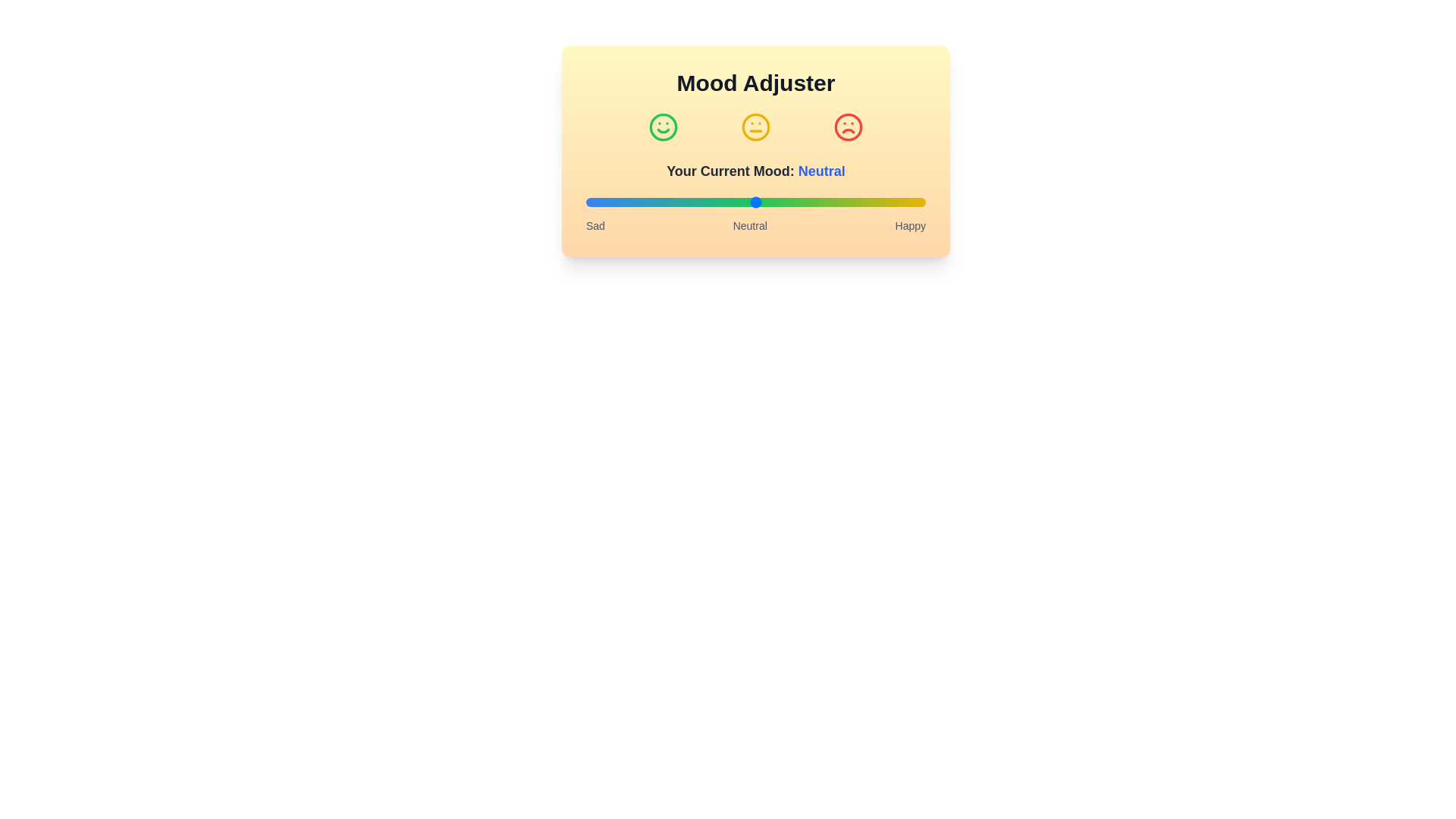  What do you see at coordinates (820, 201) in the screenshot?
I see `the slider to a specific value 69 to observe the mood label change` at bounding box center [820, 201].